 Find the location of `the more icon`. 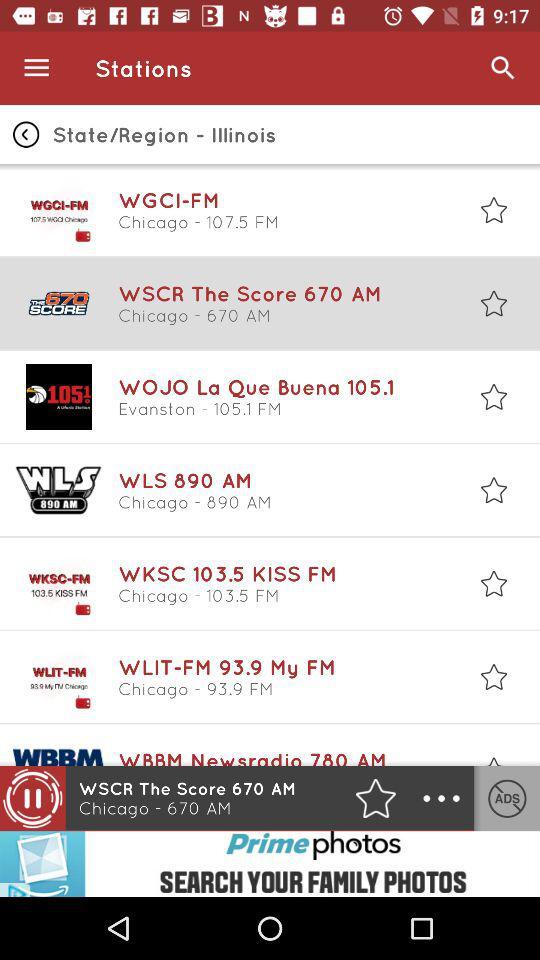

the more icon is located at coordinates (441, 798).